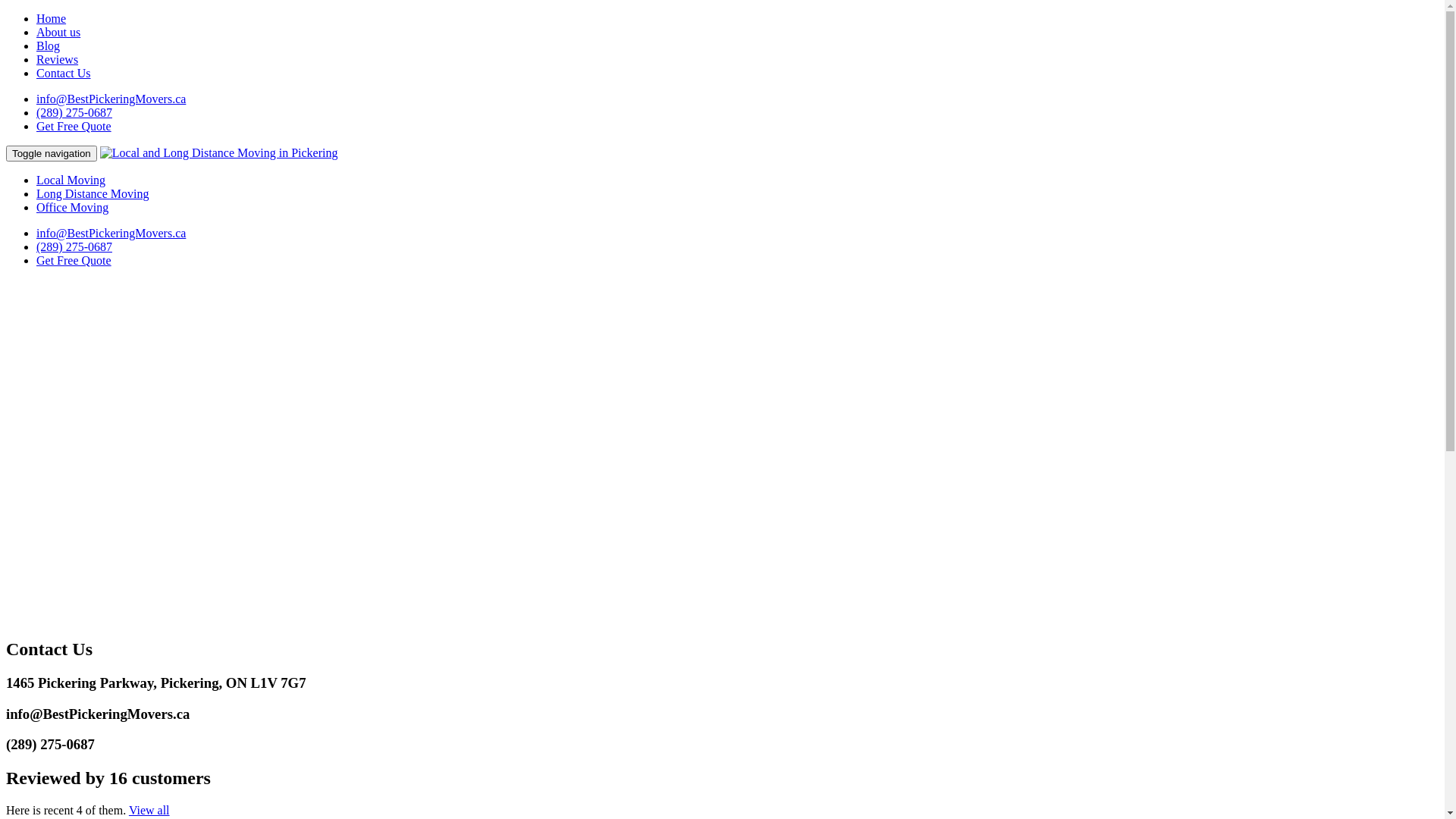 The height and width of the screenshot is (819, 1456). What do you see at coordinates (62, 73) in the screenshot?
I see `'Contact Us'` at bounding box center [62, 73].